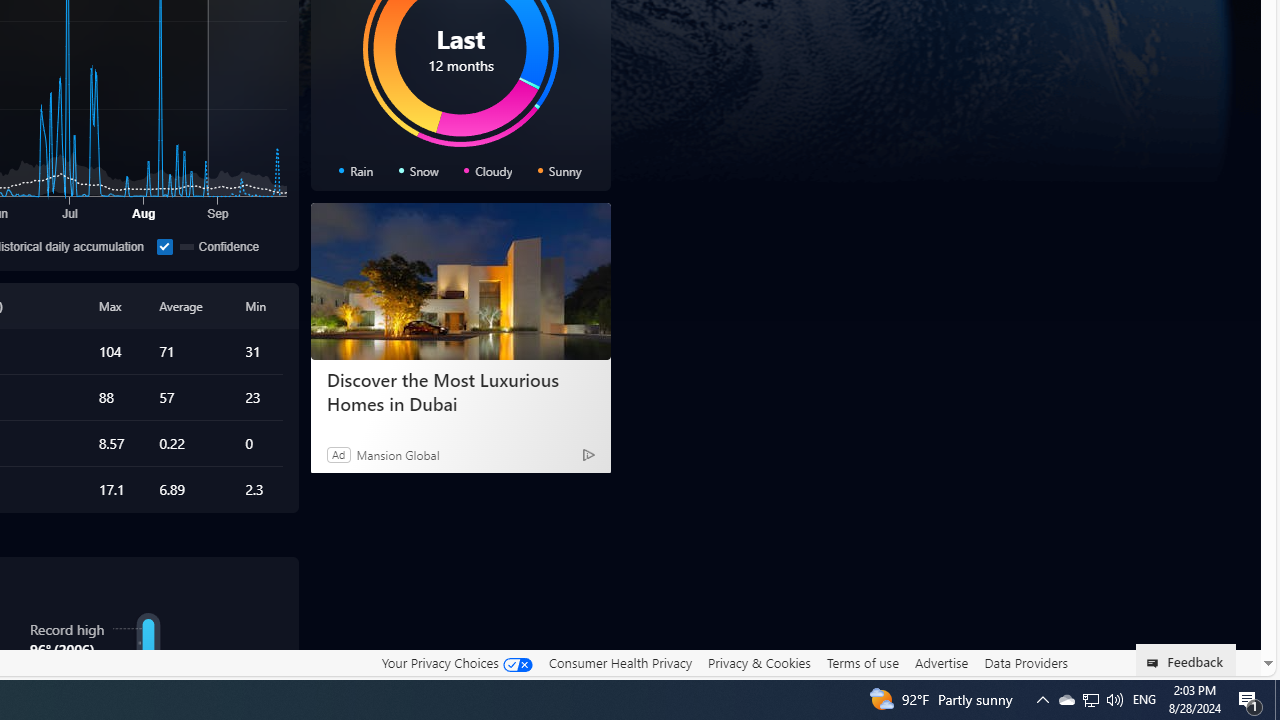 The height and width of the screenshot is (720, 1280). What do you see at coordinates (455, 663) in the screenshot?
I see `'Your Privacy Choices'` at bounding box center [455, 663].